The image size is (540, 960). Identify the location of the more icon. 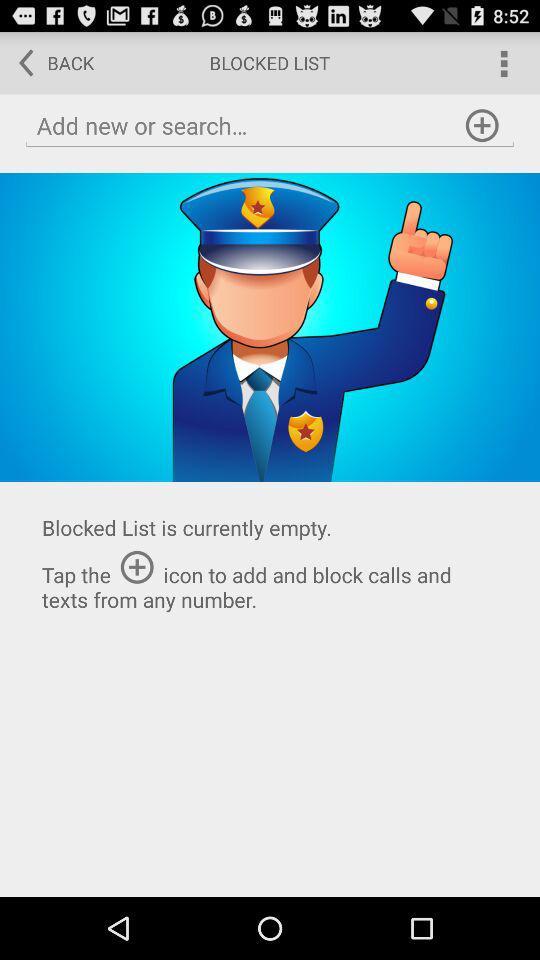
(502, 67).